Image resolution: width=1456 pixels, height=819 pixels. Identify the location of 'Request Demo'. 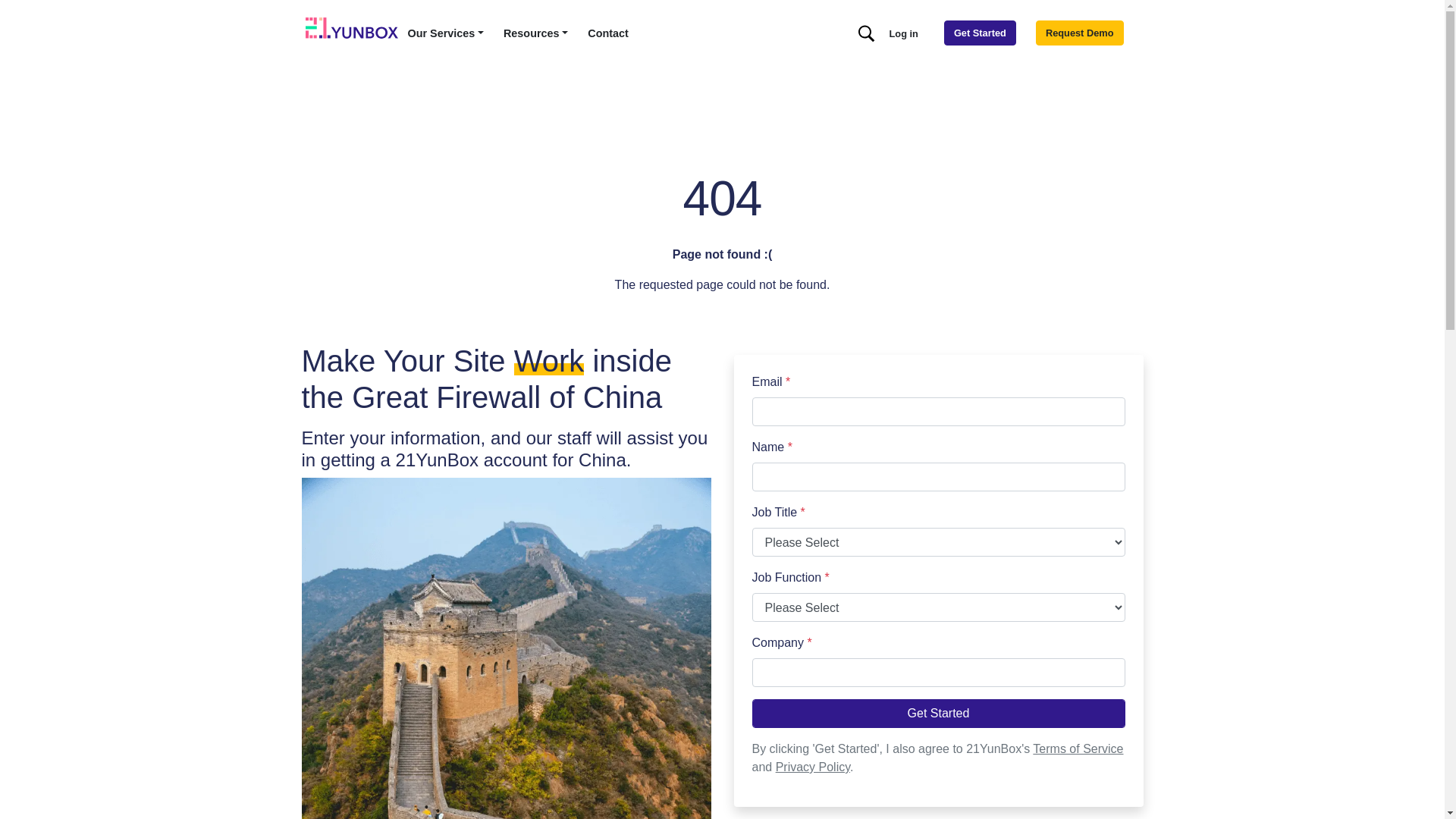
(1079, 33).